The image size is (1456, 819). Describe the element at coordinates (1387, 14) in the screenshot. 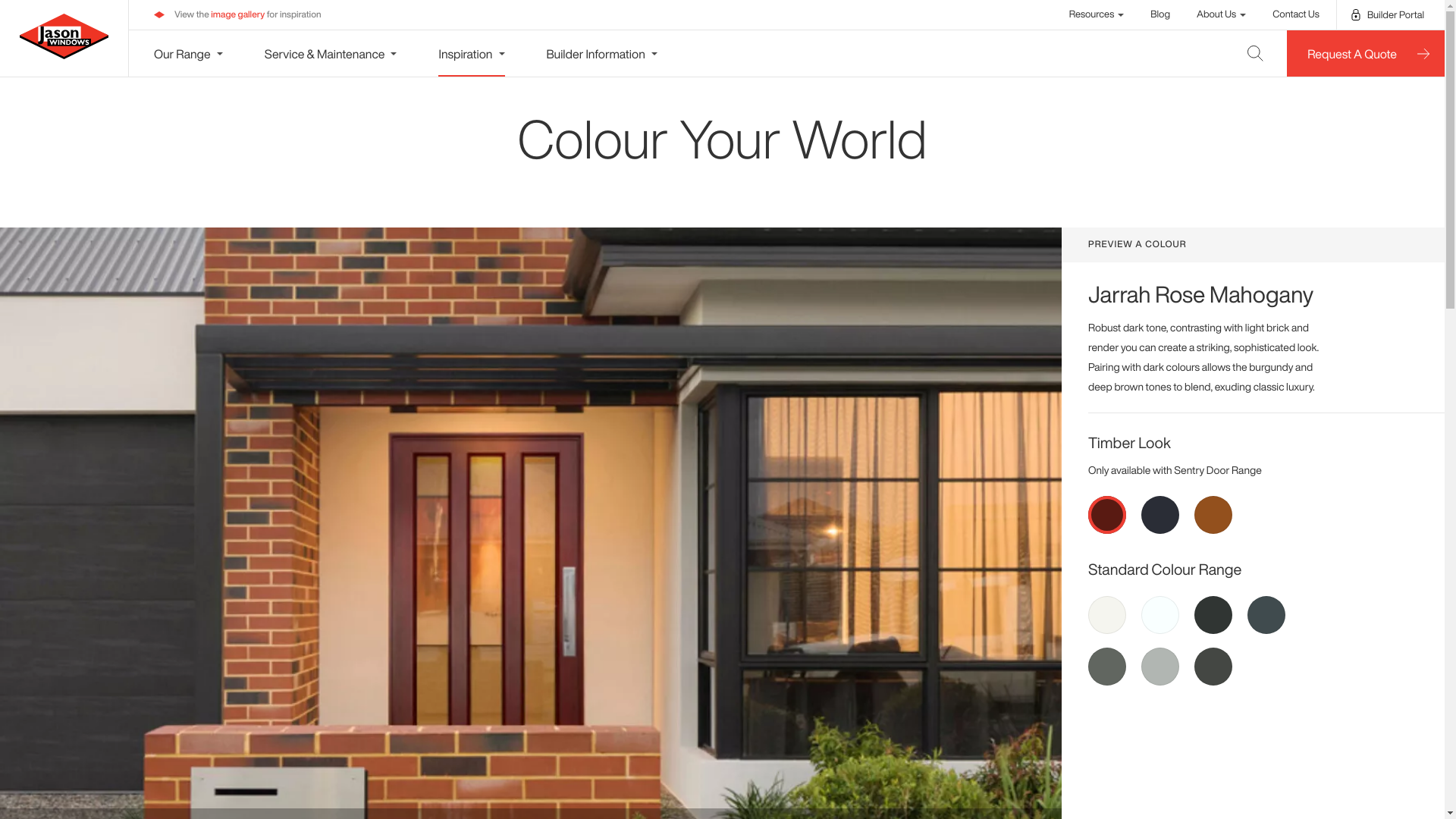

I see `'Builder Portal'` at that location.